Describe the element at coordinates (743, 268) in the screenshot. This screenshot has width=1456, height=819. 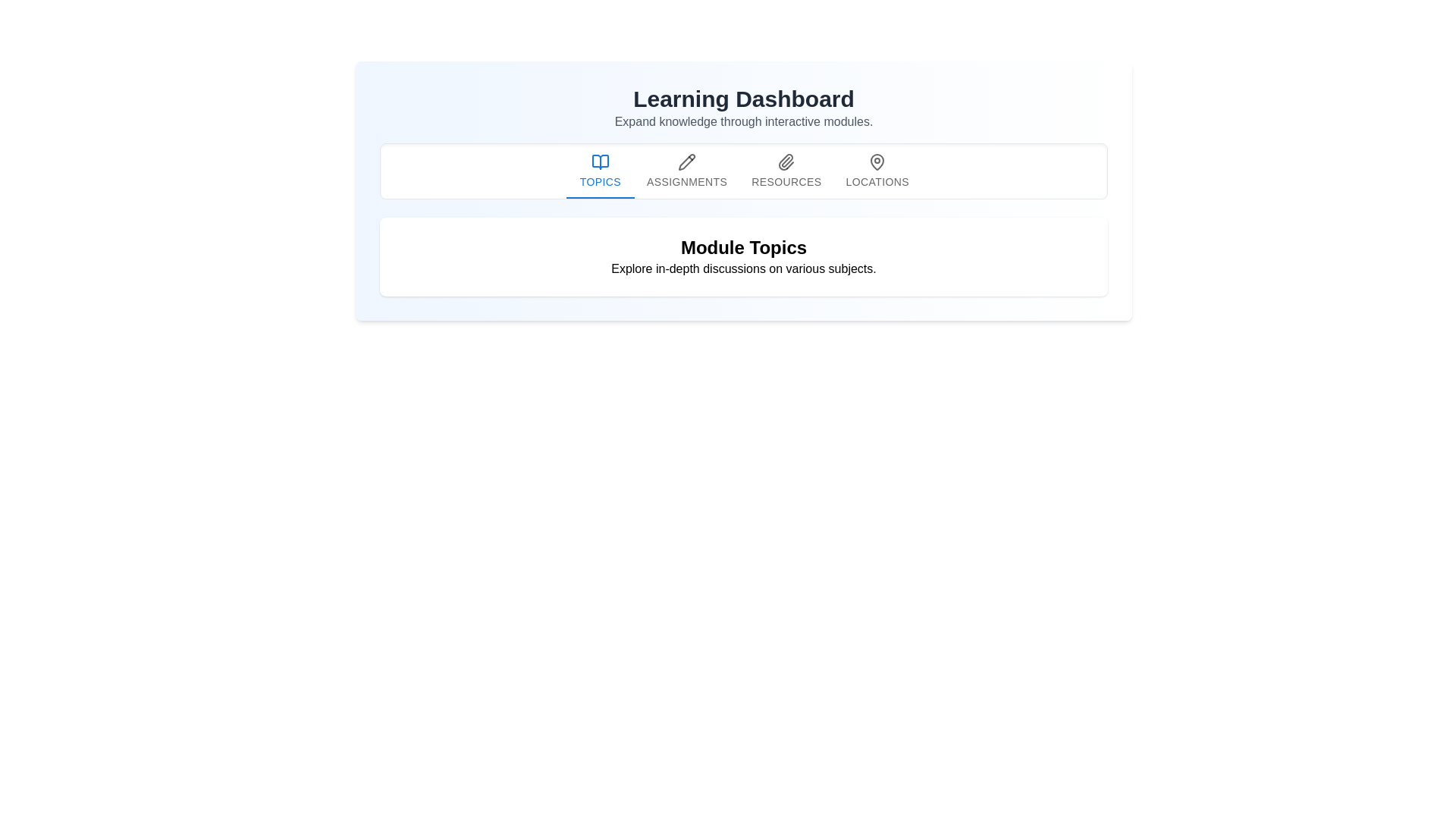
I see `the text label that elaborates on the subject of the section labeled 'Module Topics', positioned below the primary navigation tabs` at that location.